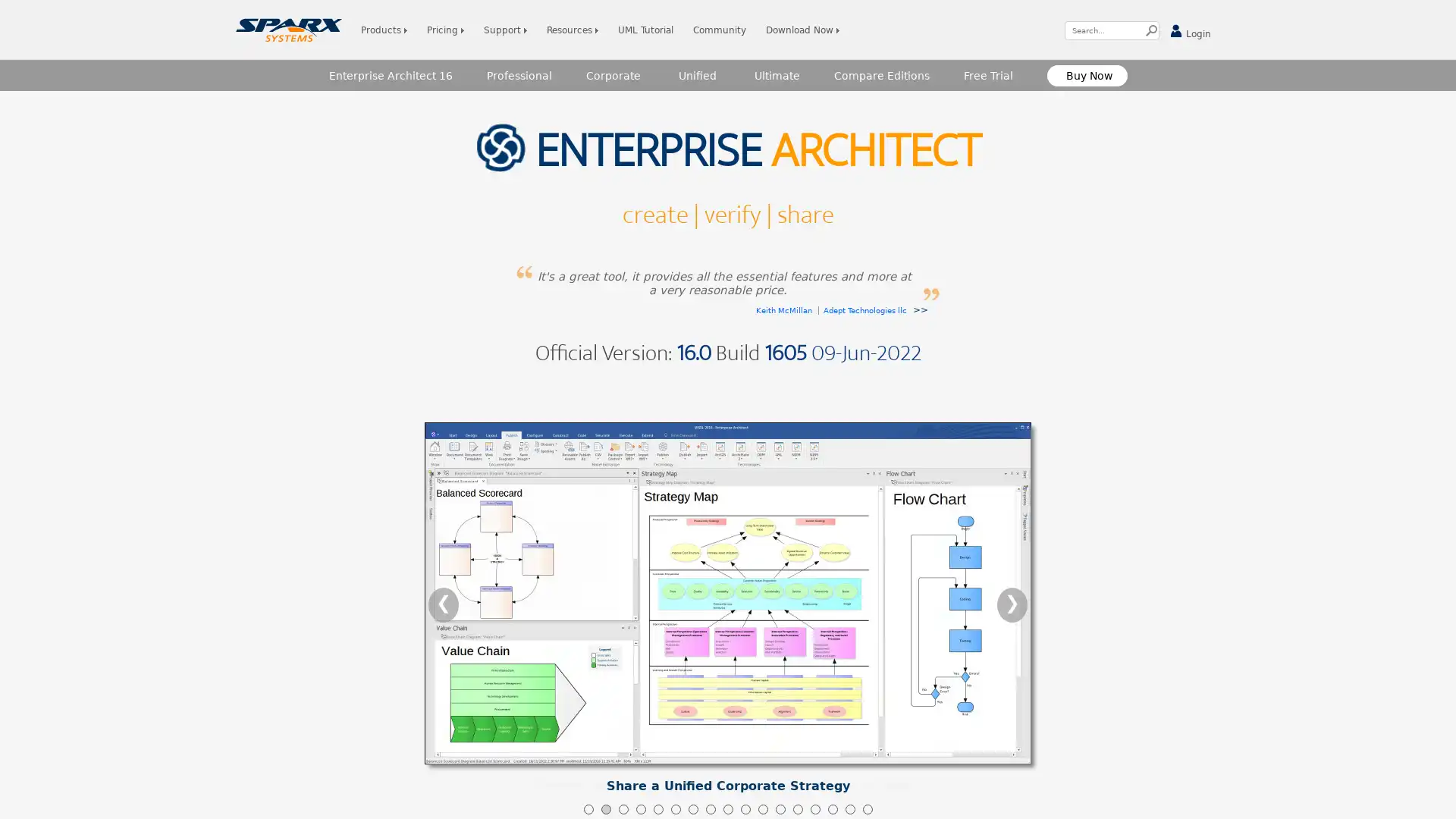 The width and height of the screenshot is (1456, 819). I want to click on Search, so click(1151, 30).